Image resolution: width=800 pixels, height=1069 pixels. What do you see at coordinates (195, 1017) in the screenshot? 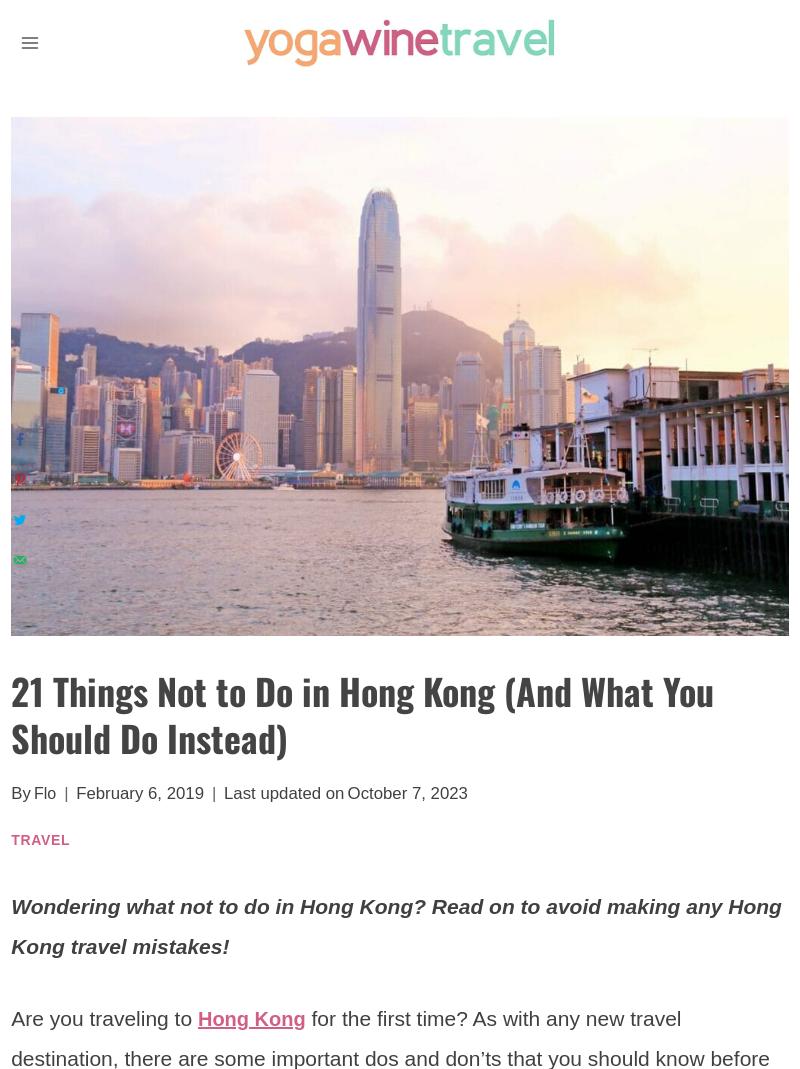
I see `'Hong Kong'` at bounding box center [195, 1017].